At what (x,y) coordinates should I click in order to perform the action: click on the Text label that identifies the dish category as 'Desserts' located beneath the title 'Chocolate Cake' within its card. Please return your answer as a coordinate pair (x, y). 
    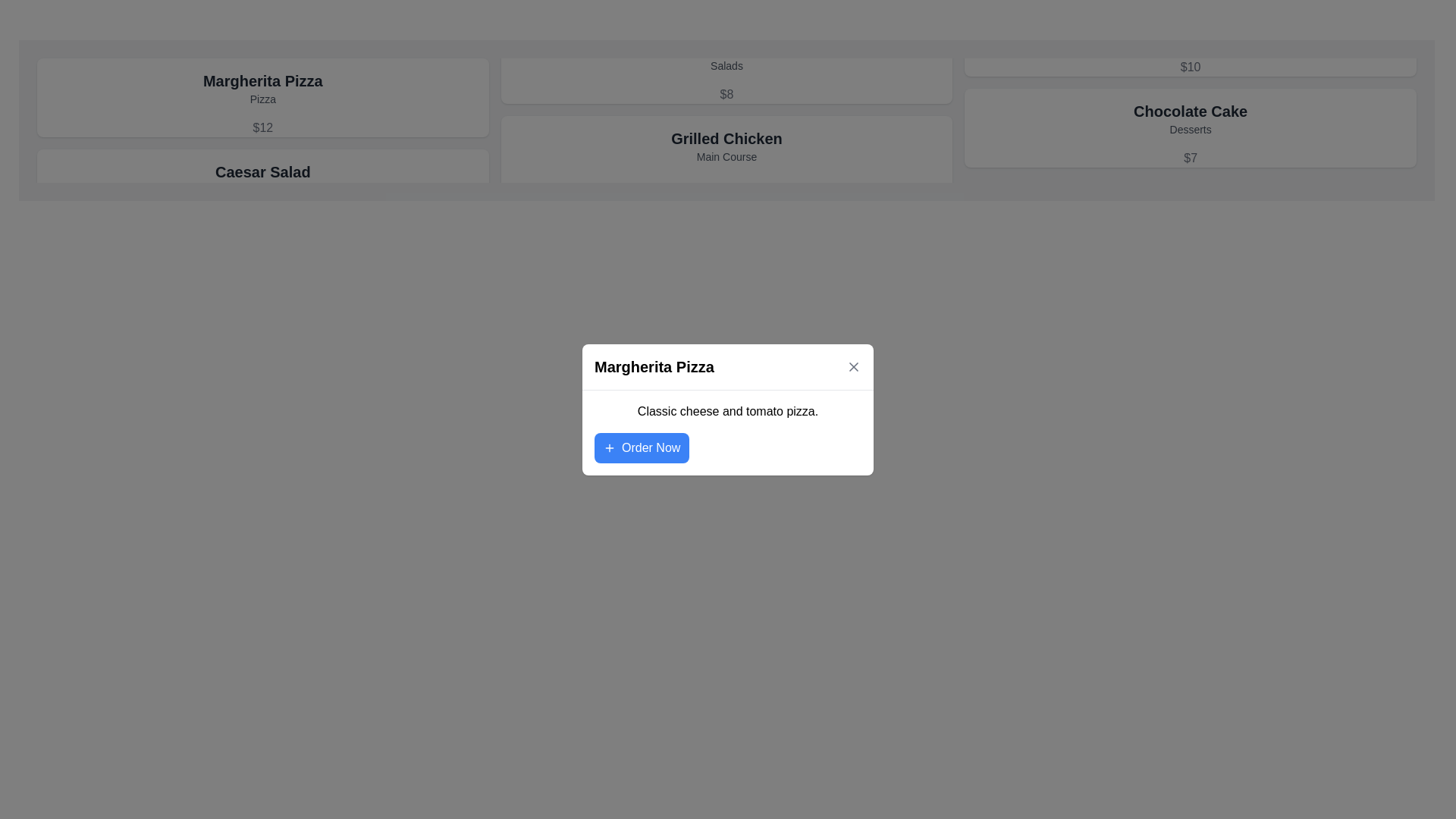
    Looking at the image, I should click on (1190, 128).